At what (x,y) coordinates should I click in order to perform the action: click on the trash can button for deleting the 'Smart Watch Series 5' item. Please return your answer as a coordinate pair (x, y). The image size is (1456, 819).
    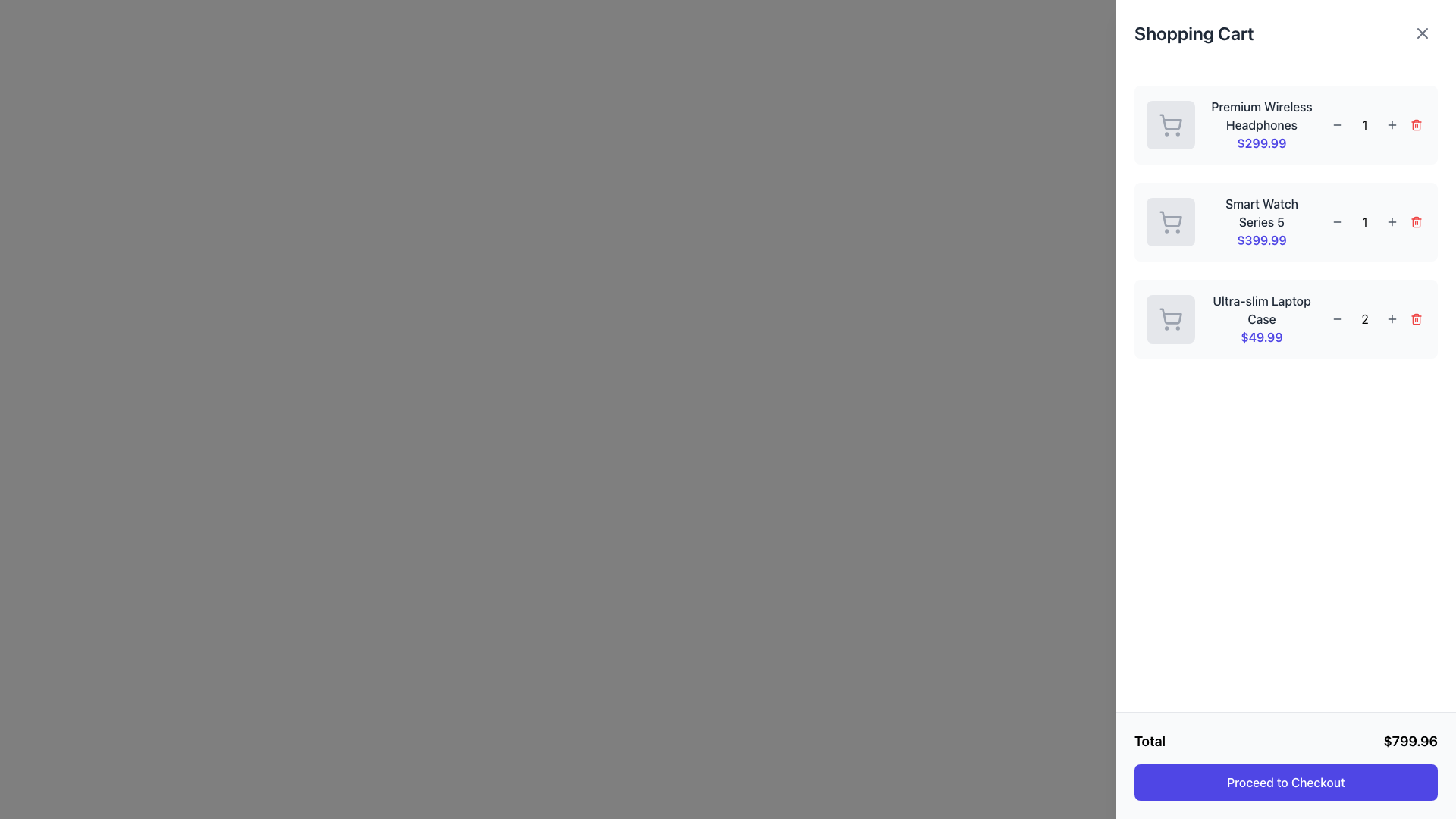
    Looking at the image, I should click on (1415, 222).